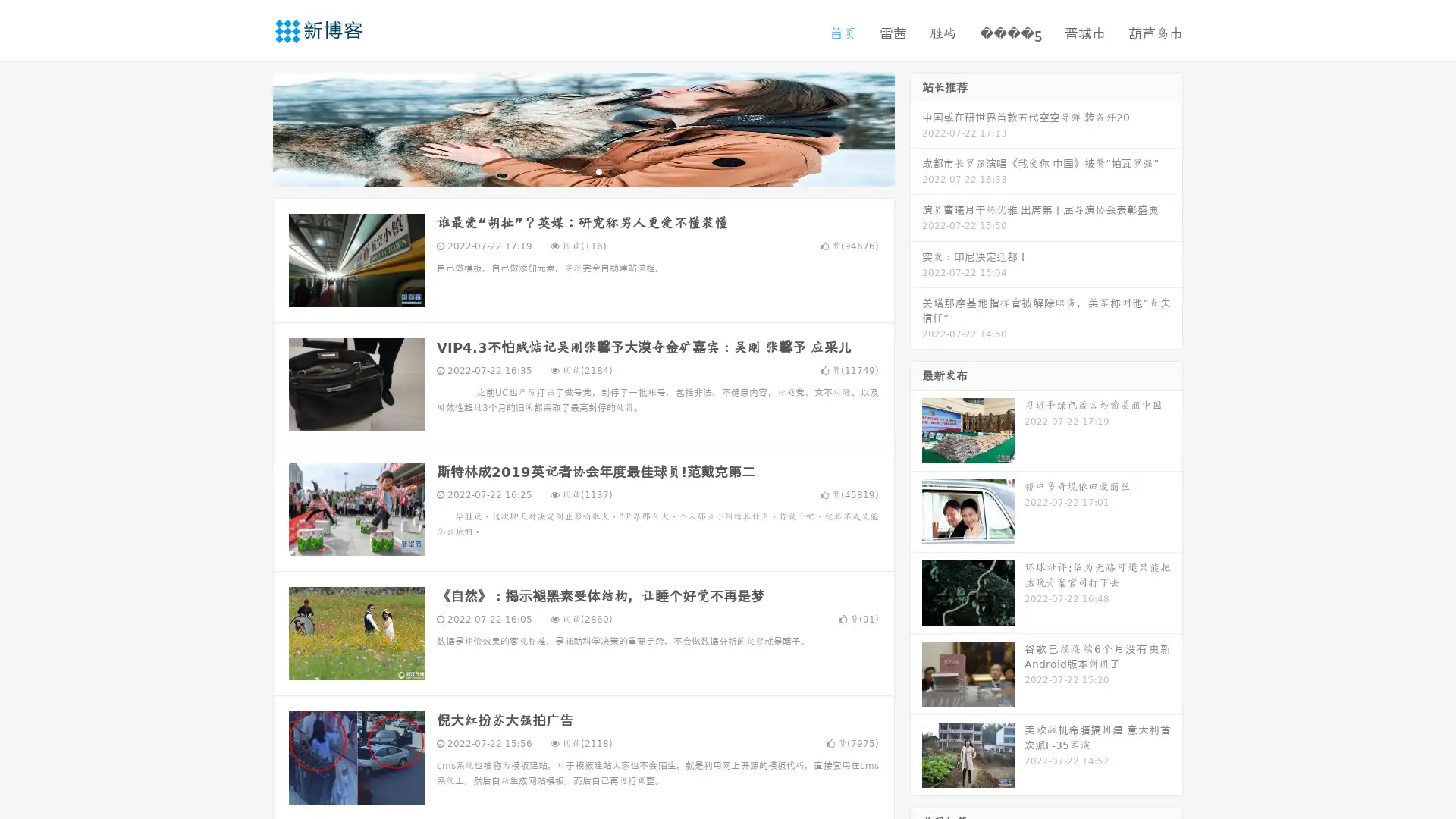  I want to click on Go to slide 3, so click(598, 171).